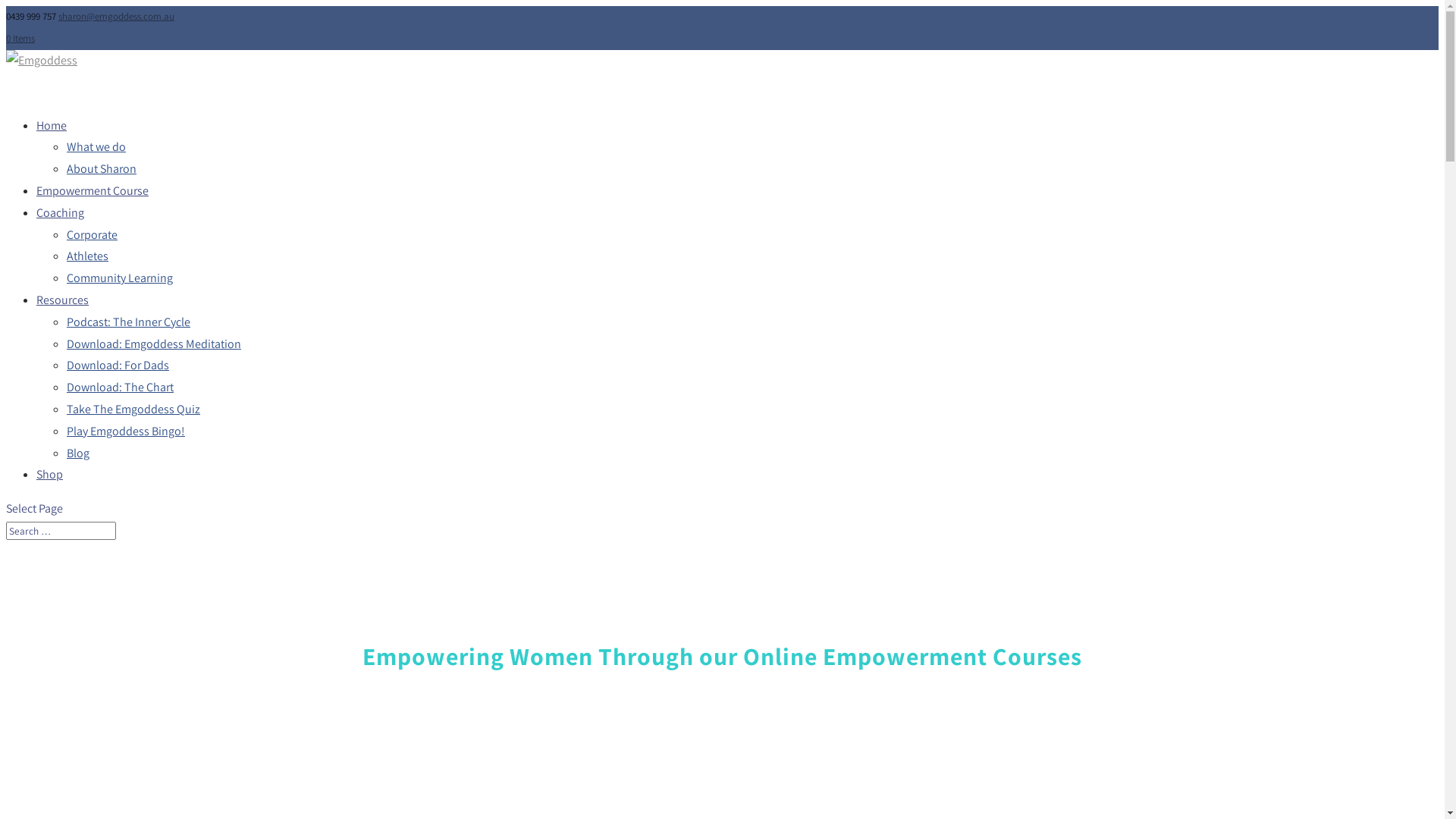 The width and height of the screenshot is (1456, 819). What do you see at coordinates (65, 365) in the screenshot?
I see `'Download: For Dads'` at bounding box center [65, 365].